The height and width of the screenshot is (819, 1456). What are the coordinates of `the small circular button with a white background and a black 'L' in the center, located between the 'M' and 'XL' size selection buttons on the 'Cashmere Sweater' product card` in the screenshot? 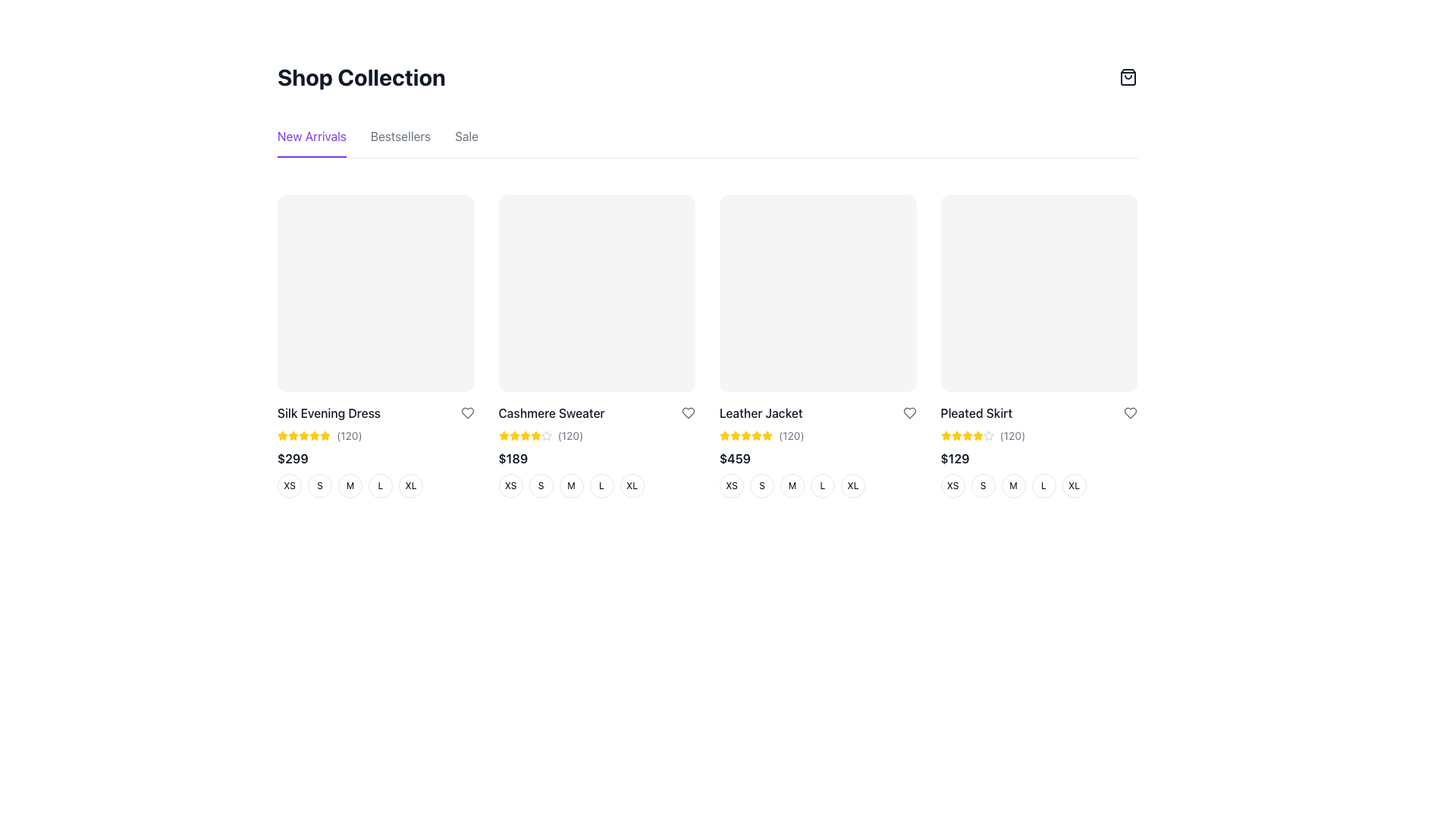 It's located at (601, 485).